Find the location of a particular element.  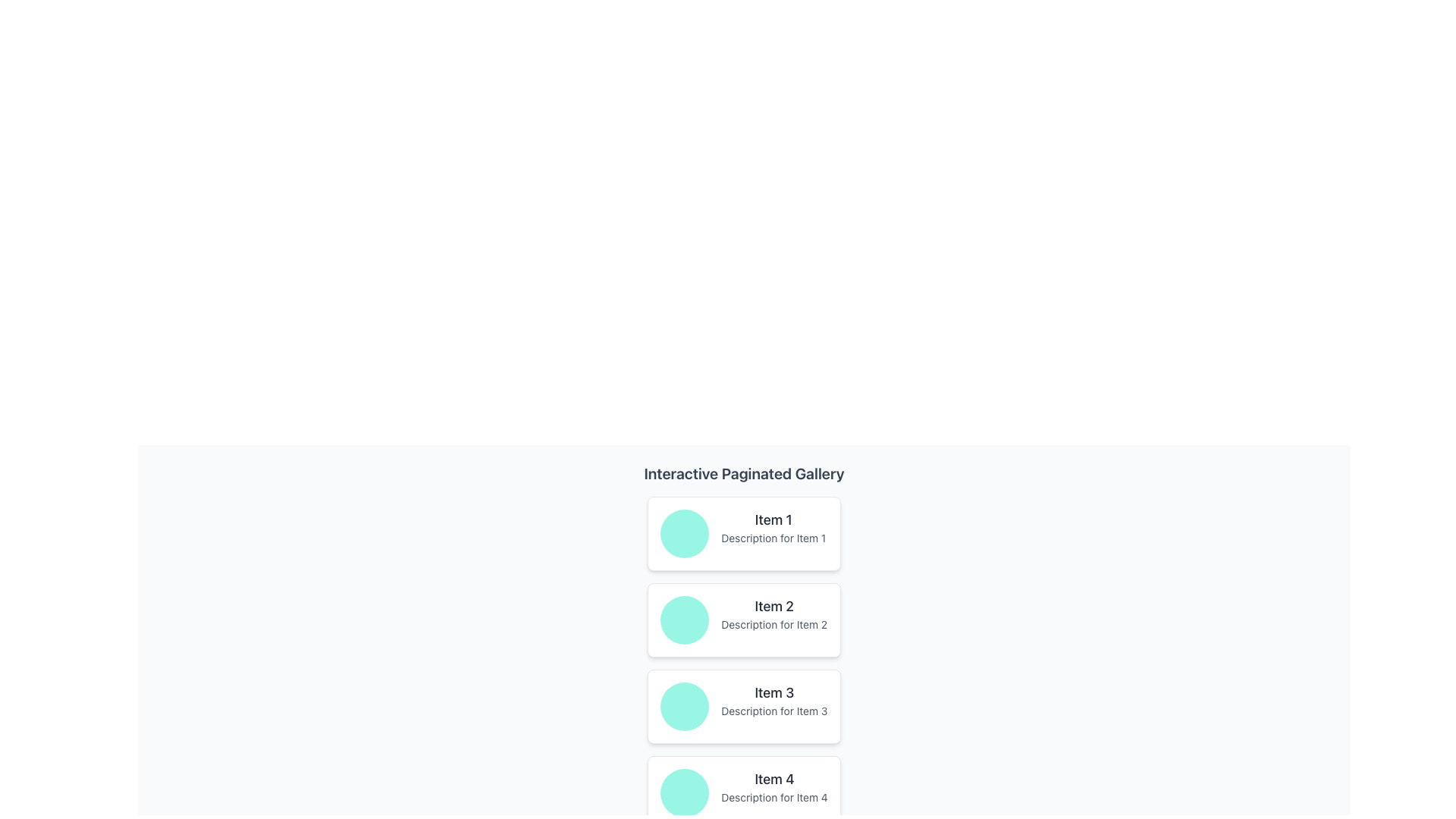

text content of the fourth item in the list-based gallery, which includes a title and description, located within a bordered, rounded, and shadowed rectangle card, next to a teal circular icon is located at coordinates (774, 786).